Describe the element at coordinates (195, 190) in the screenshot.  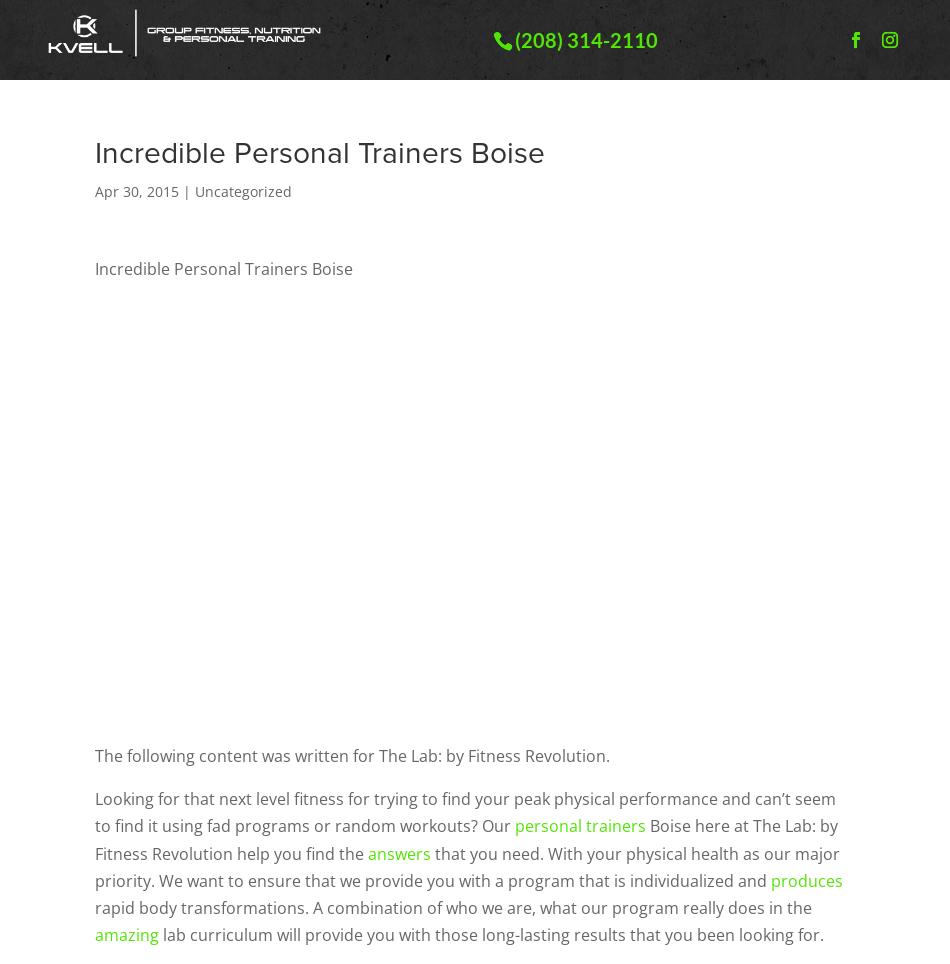
I see `'Uncategorized'` at that location.